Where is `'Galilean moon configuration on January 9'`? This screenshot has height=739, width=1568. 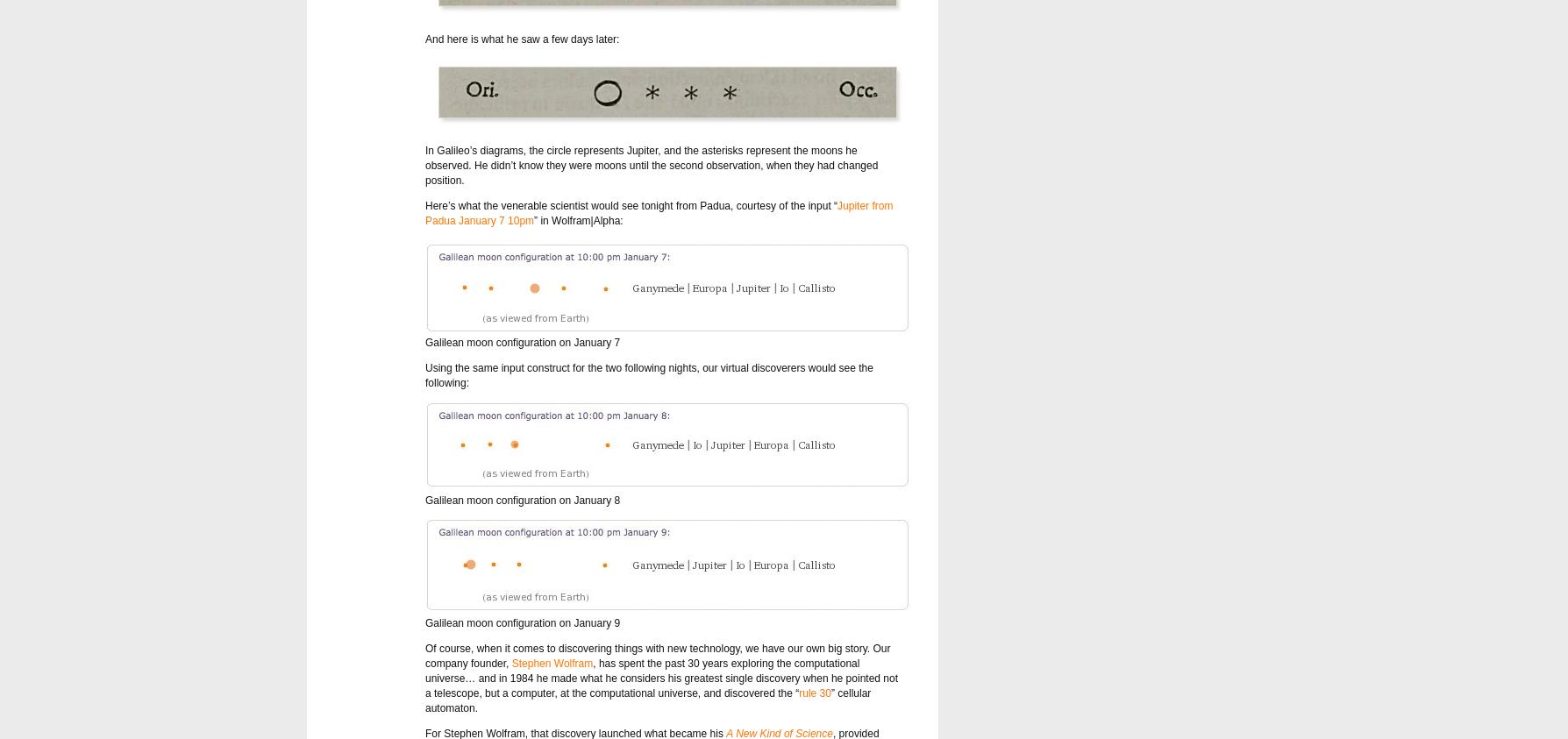
'Galilean moon configuration on January 9' is located at coordinates (522, 622).